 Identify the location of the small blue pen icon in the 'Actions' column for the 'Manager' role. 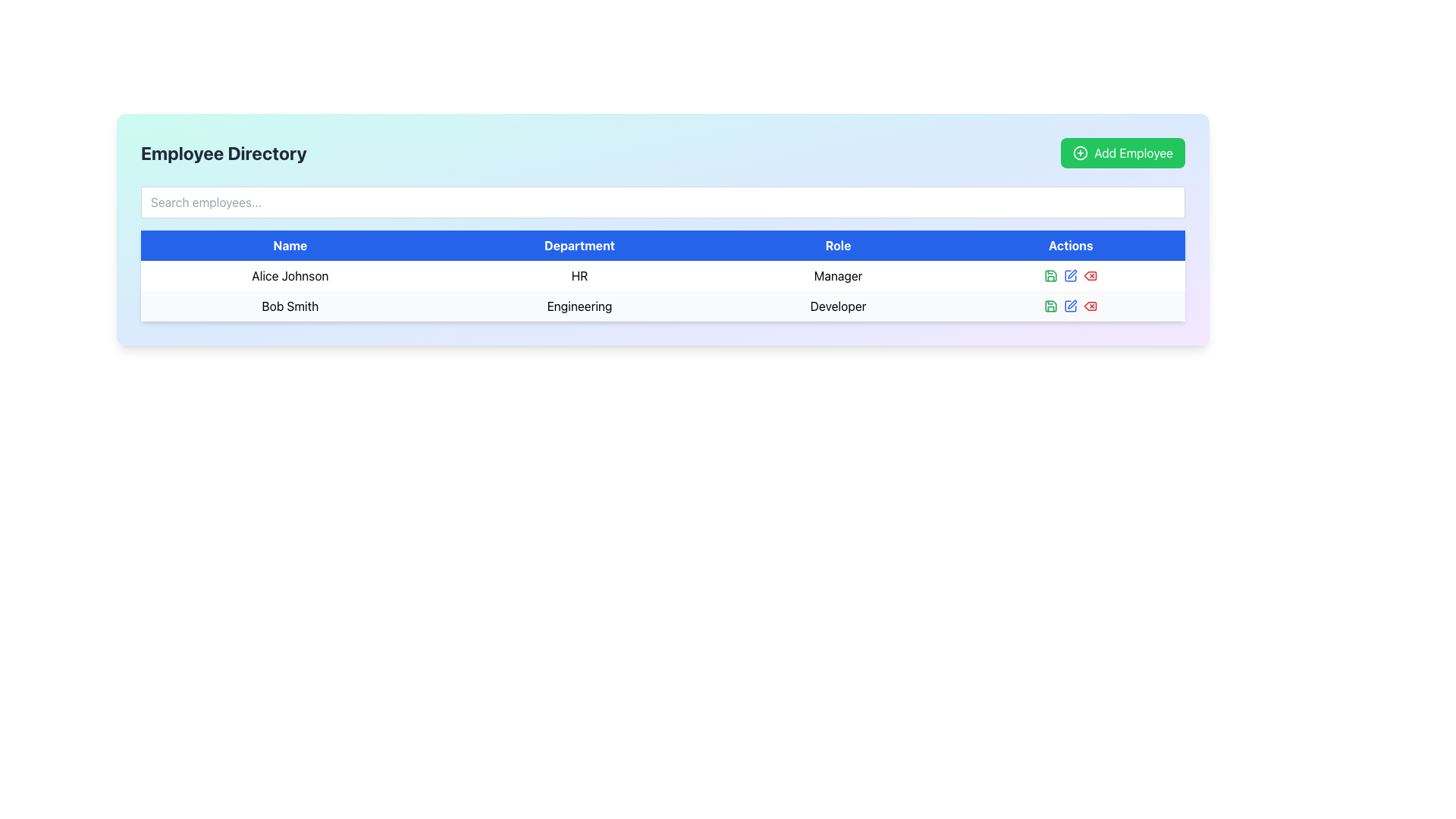
(1070, 275).